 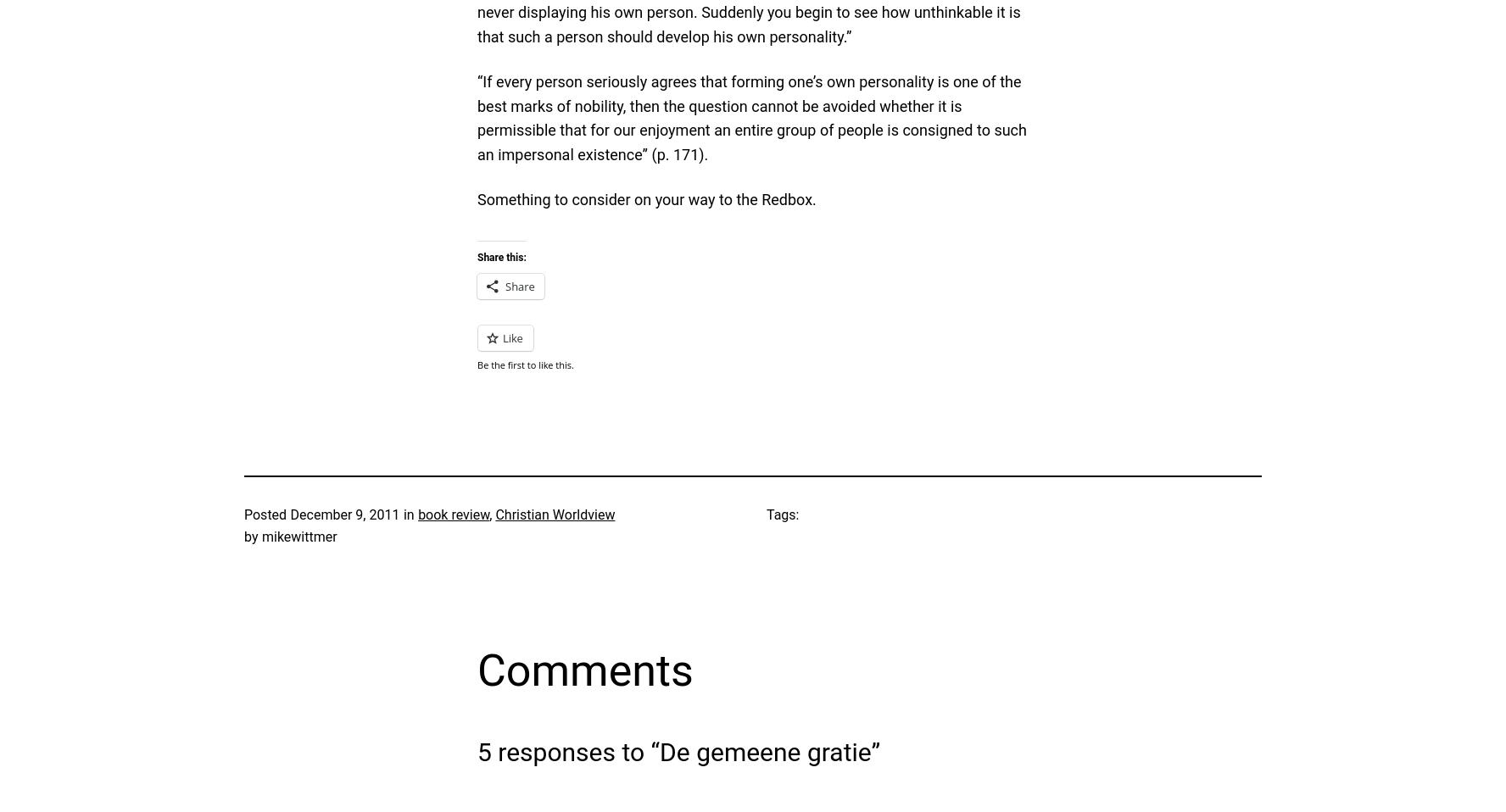 What do you see at coordinates (477, 751) in the screenshot?
I see `'5 responses to “De gemeene gratie”'` at bounding box center [477, 751].